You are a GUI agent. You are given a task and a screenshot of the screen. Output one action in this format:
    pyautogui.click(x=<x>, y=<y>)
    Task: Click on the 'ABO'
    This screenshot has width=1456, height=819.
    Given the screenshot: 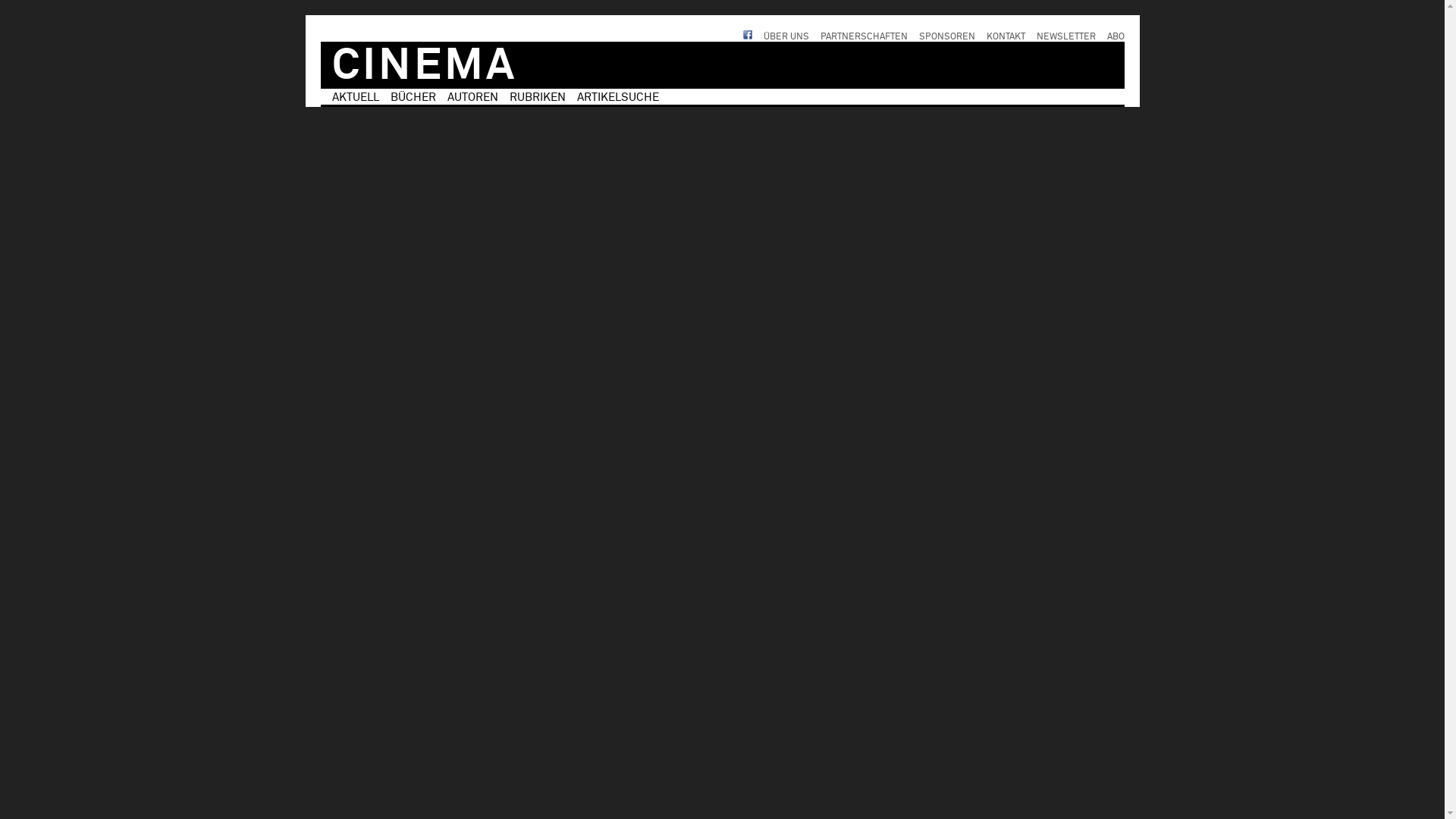 What is the action you would take?
    pyautogui.click(x=1116, y=36)
    